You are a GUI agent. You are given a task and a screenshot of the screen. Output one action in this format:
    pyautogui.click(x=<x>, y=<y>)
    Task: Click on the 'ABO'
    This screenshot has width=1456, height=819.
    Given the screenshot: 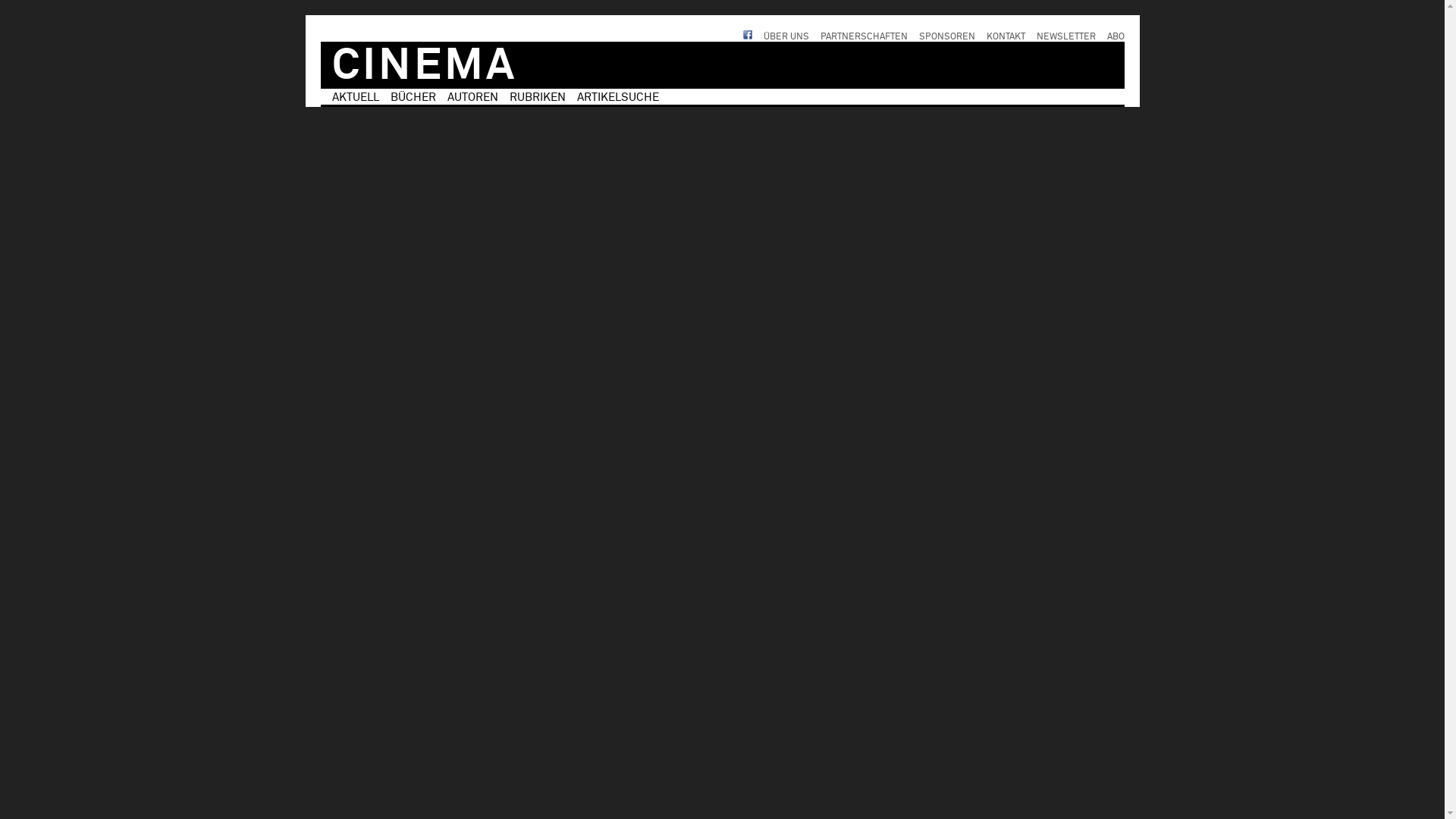 What is the action you would take?
    pyautogui.click(x=1116, y=36)
    